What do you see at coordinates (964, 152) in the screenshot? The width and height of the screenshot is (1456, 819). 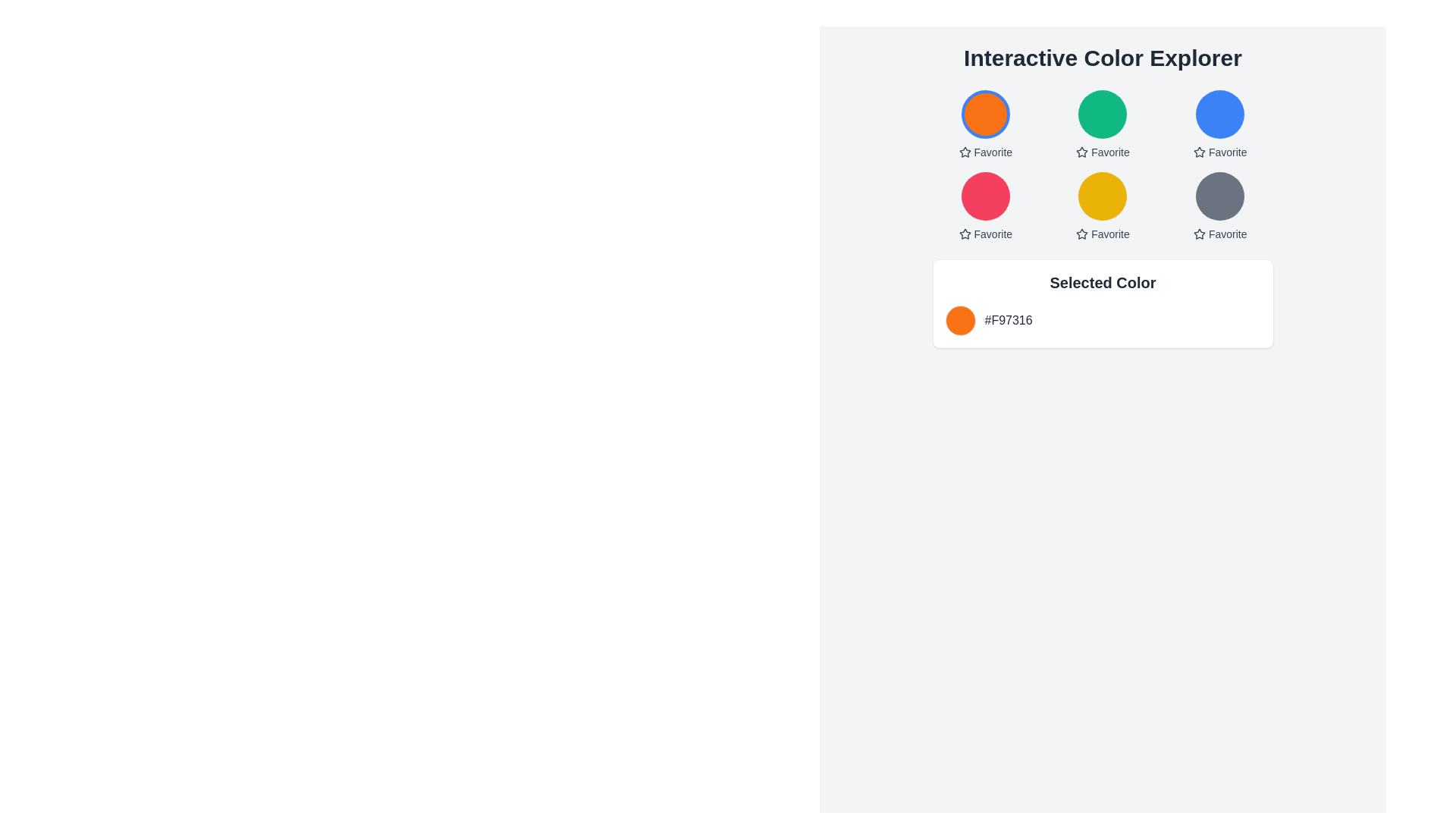 I see `the first star icon in the vertical list of 'Favorite' indicators to mark the associated item as a favorite` at bounding box center [964, 152].